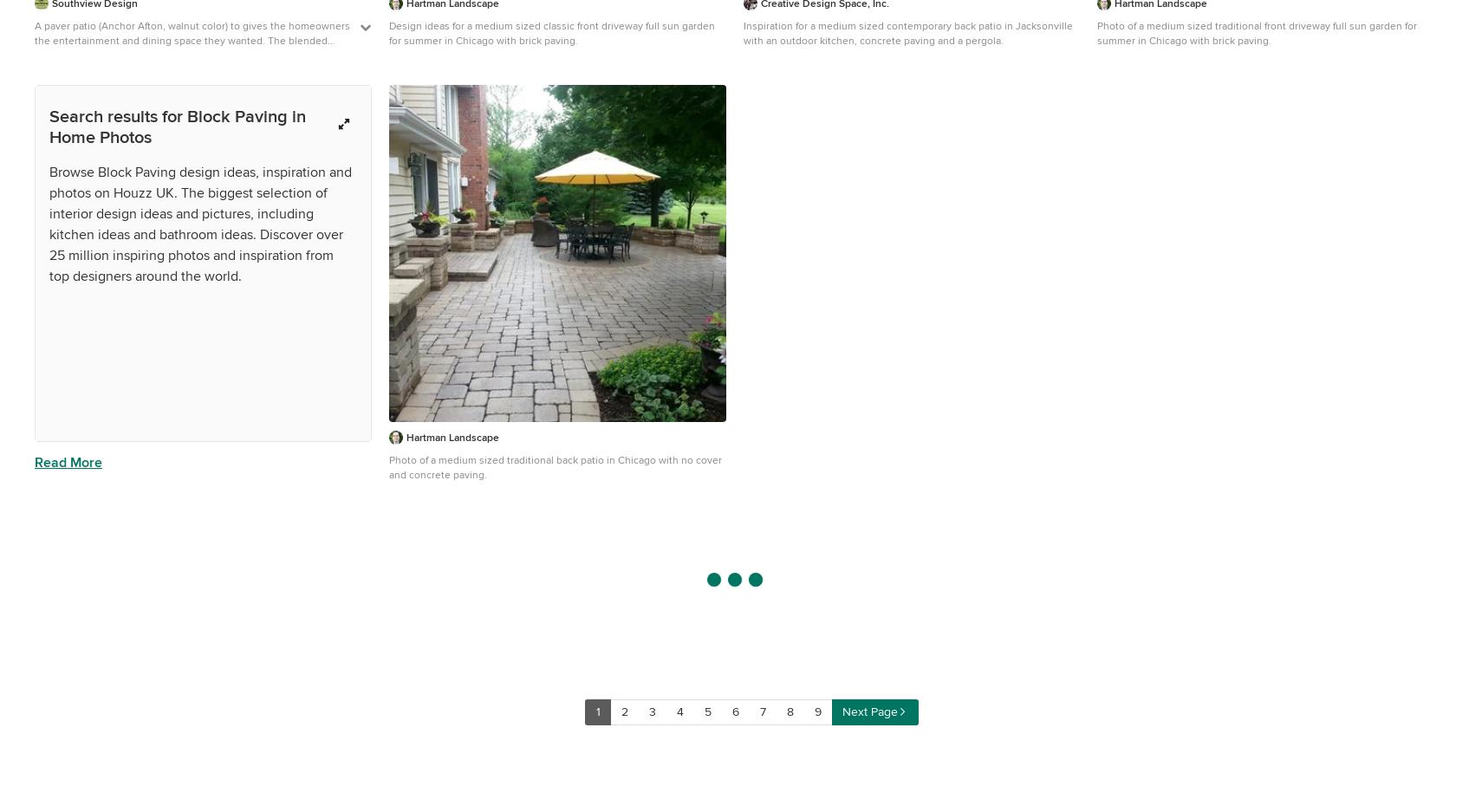 Image resolution: width=1469 pixels, height=812 pixels. I want to click on 'Next Page', so click(868, 710).